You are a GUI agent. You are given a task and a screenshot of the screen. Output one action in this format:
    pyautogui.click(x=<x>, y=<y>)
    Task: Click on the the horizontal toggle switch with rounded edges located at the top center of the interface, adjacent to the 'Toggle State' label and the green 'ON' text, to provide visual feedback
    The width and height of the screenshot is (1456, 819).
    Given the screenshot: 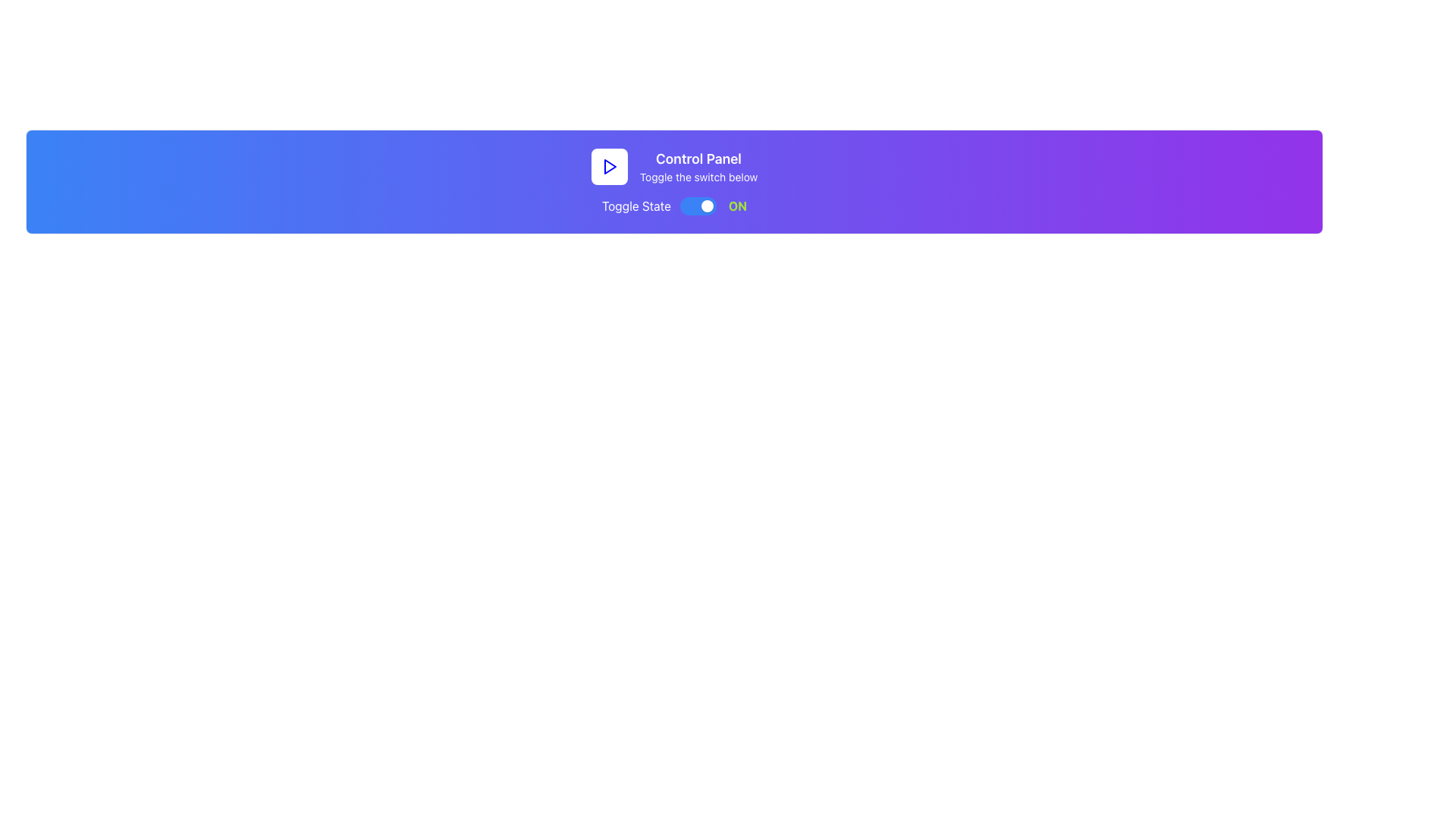 What is the action you would take?
    pyautogui.click(x=698, y=206)
    